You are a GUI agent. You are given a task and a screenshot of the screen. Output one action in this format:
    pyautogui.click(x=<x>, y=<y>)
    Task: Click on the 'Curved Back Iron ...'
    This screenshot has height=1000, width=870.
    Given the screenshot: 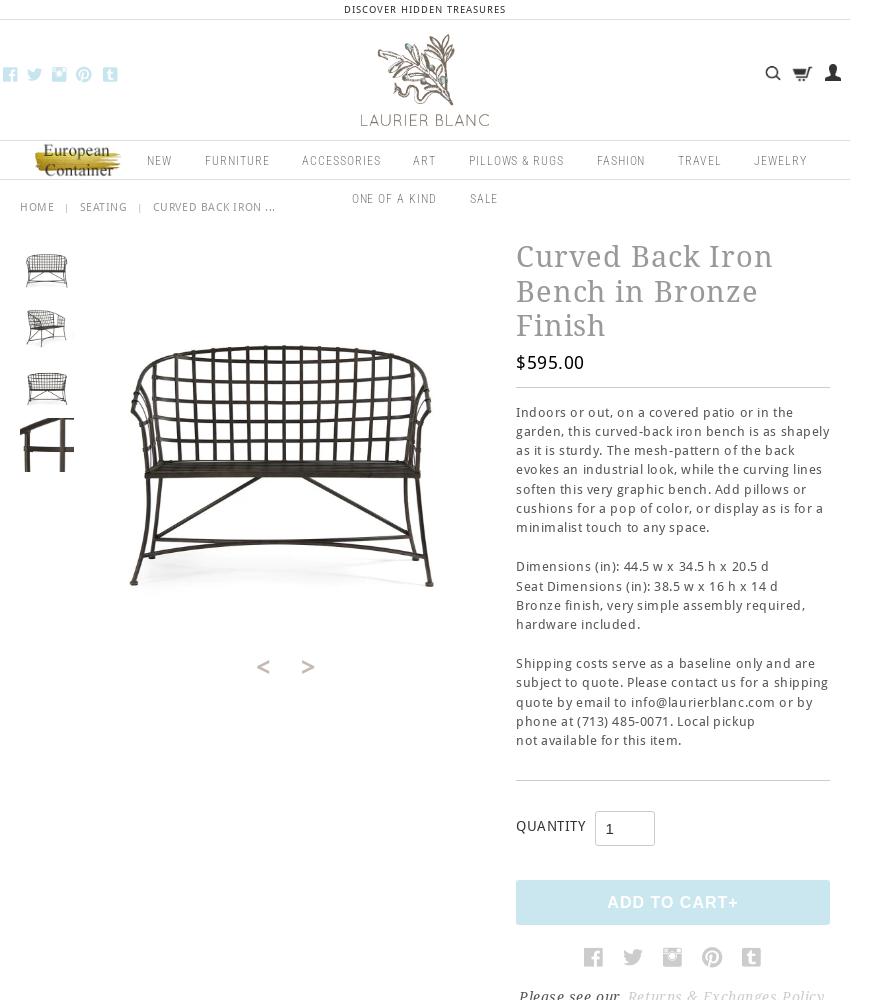 What is the action you would take?
    pyautogui.click(x=212, y=206)
    